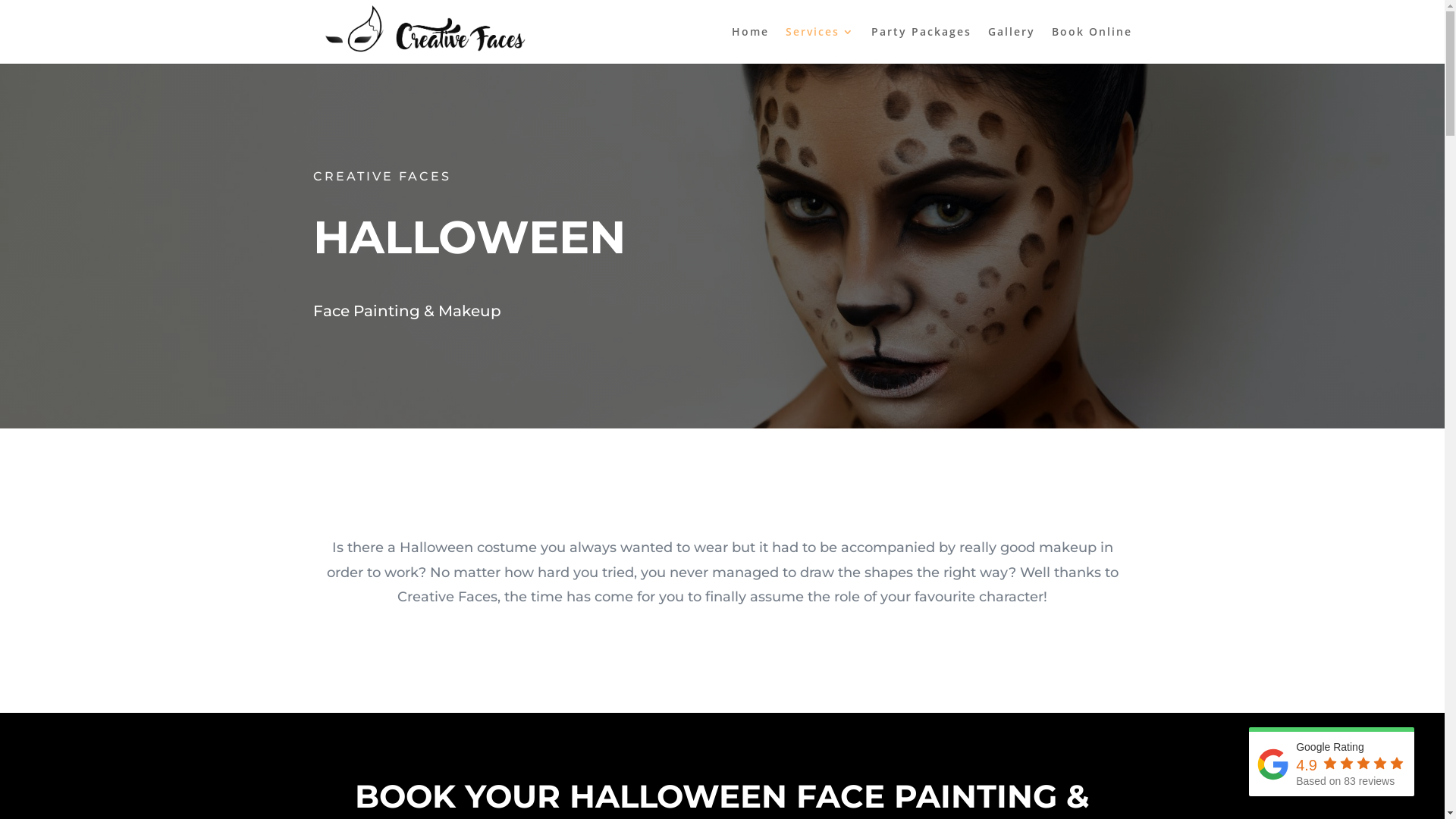 The height and width of the screenshot is (819, 1456). What do you see at coordinates (786, 44) in the screenshot?
I see `'Services'` at bounding box center [786, 44].